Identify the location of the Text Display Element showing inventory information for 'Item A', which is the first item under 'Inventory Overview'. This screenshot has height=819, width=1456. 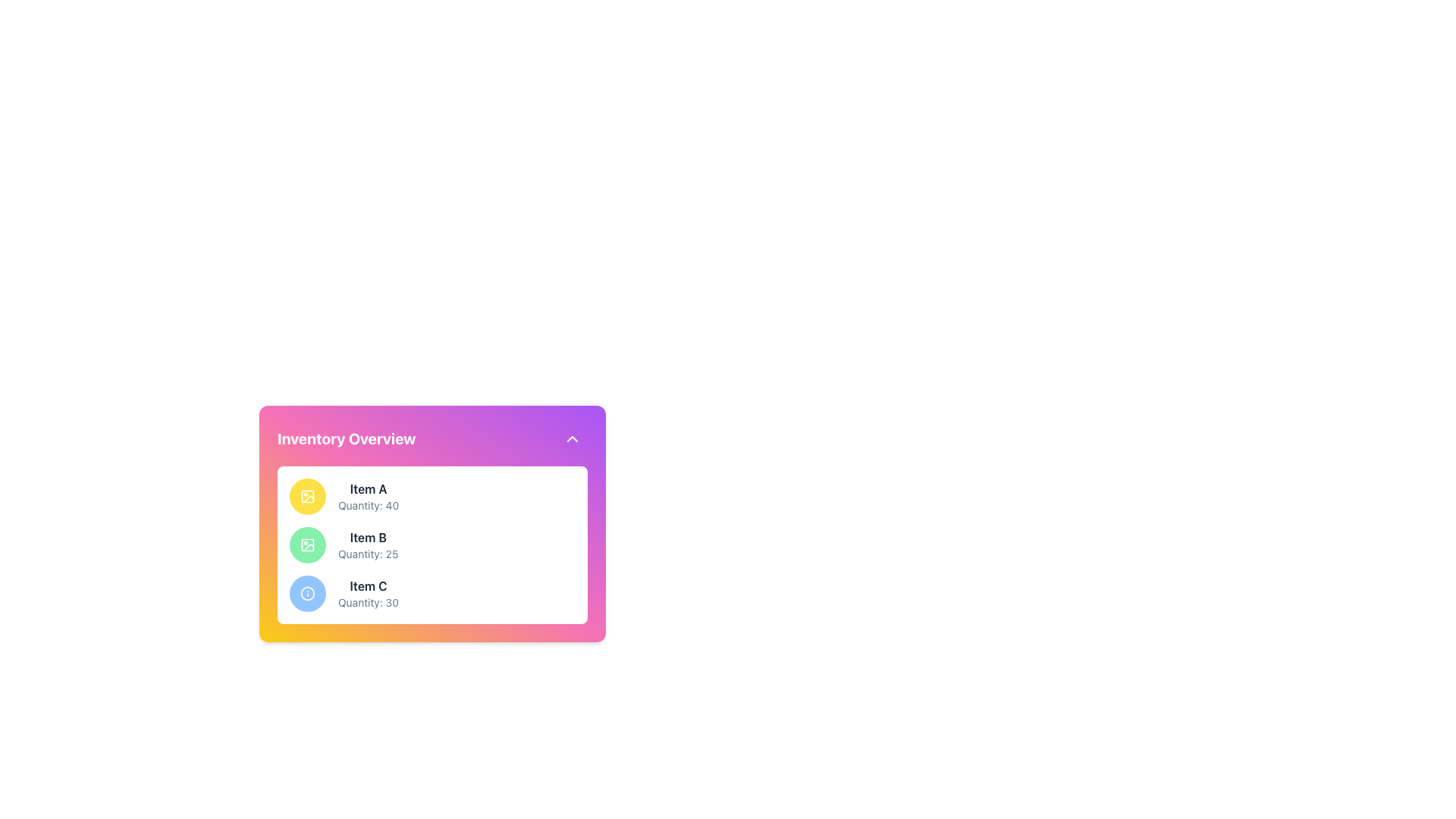
(369, 497).